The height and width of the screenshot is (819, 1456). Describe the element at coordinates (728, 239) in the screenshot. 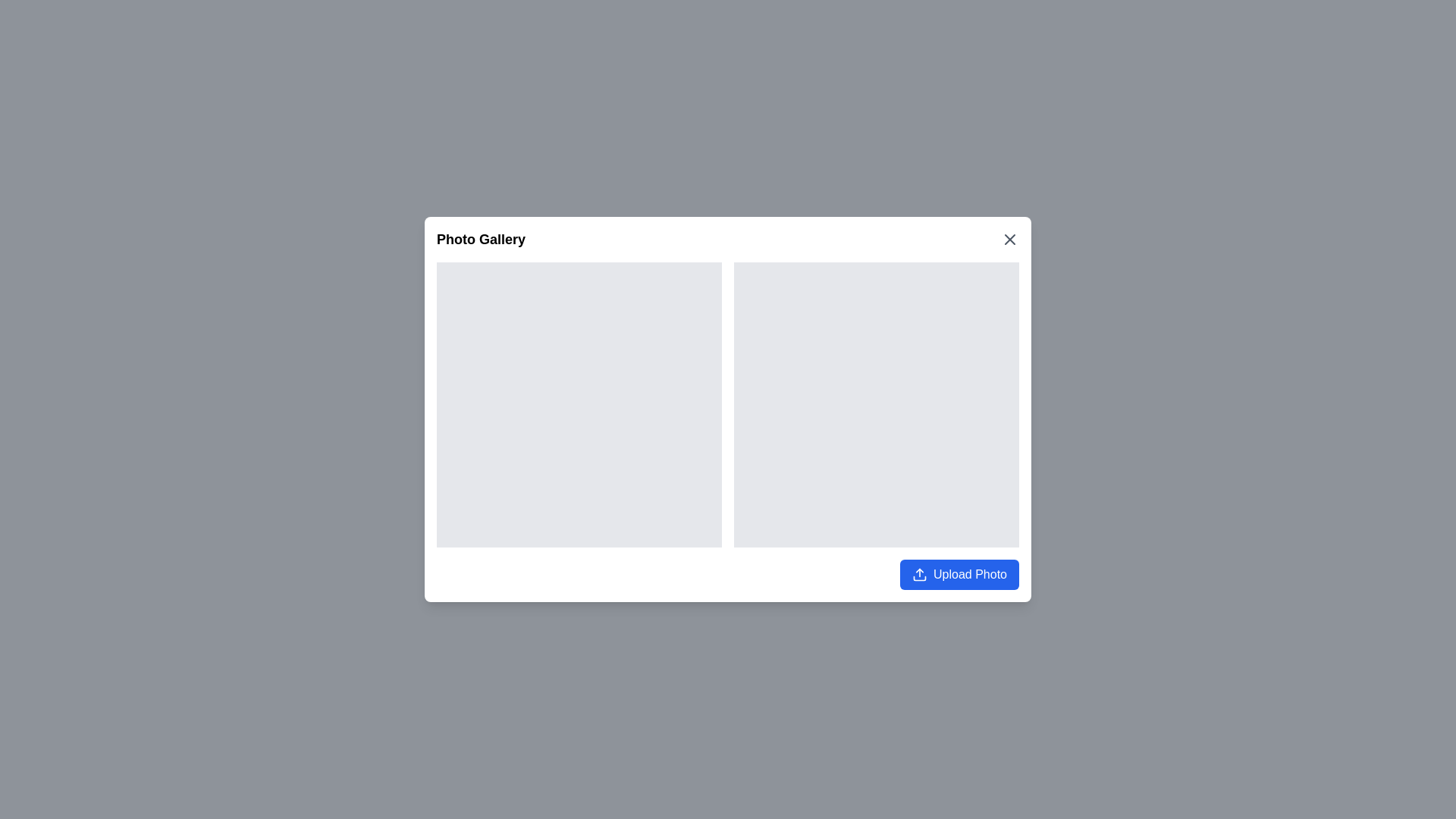

I see `the title bar of the modal, which indicates the content theme 'Photo Gallery'` at that location.